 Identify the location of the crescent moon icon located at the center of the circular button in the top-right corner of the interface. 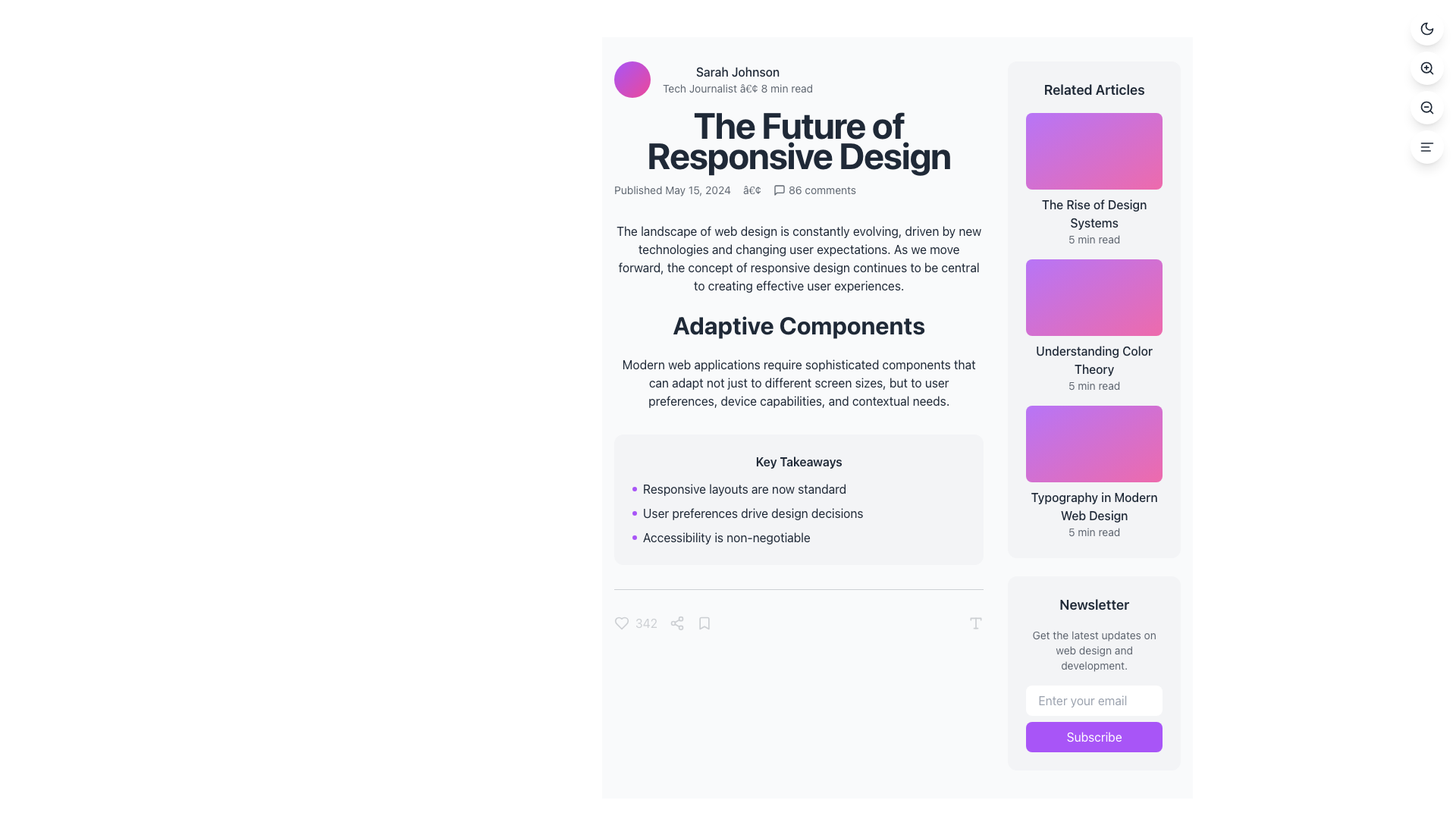
(1426, 29).